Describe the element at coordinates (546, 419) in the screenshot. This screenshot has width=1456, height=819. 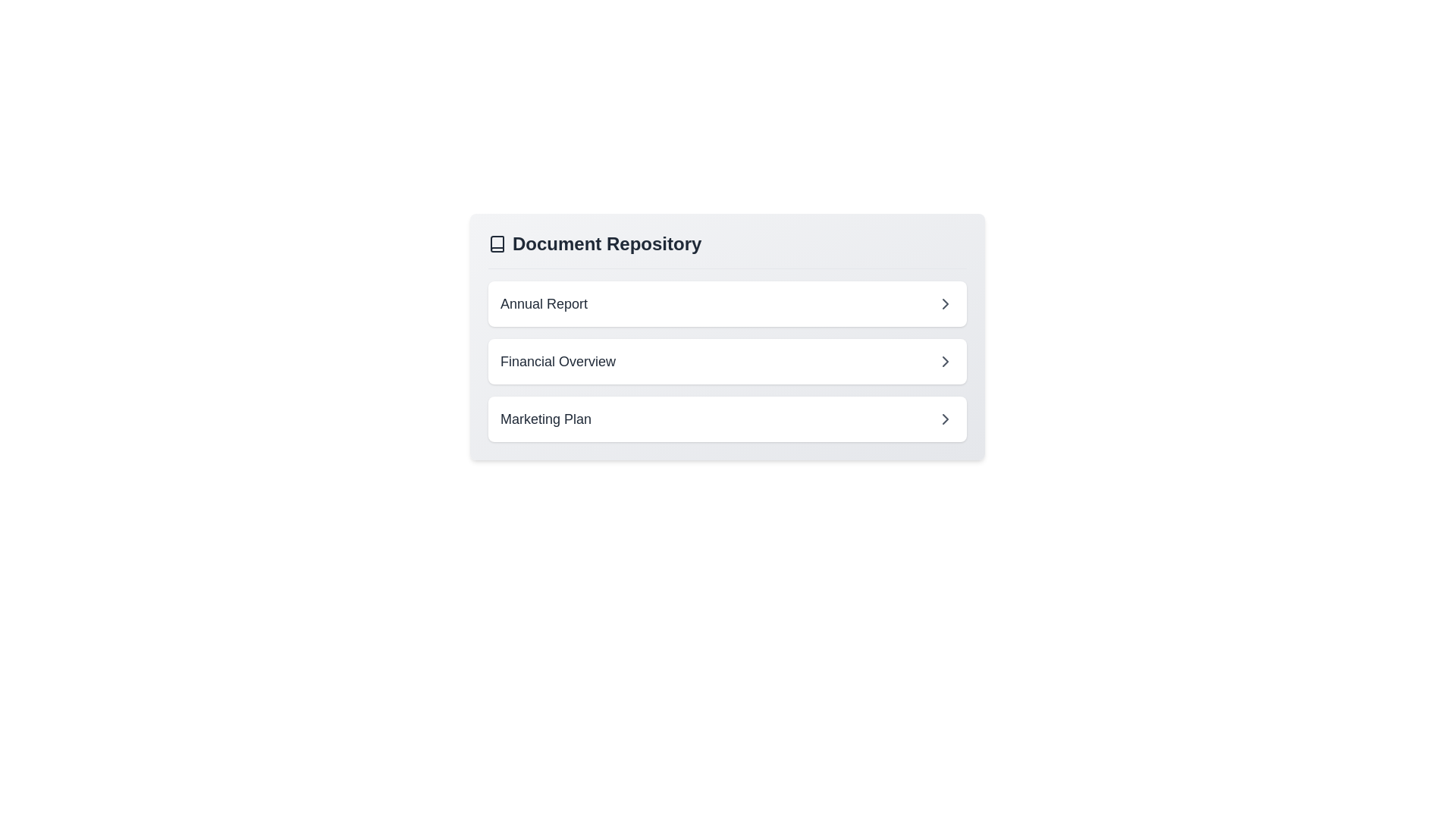
I see `the 'Marketing Plan' text label located in the third row under the 'Document Repository' section, which is left-aligned and accompanied by a right-aligned chevron icon` at that location.